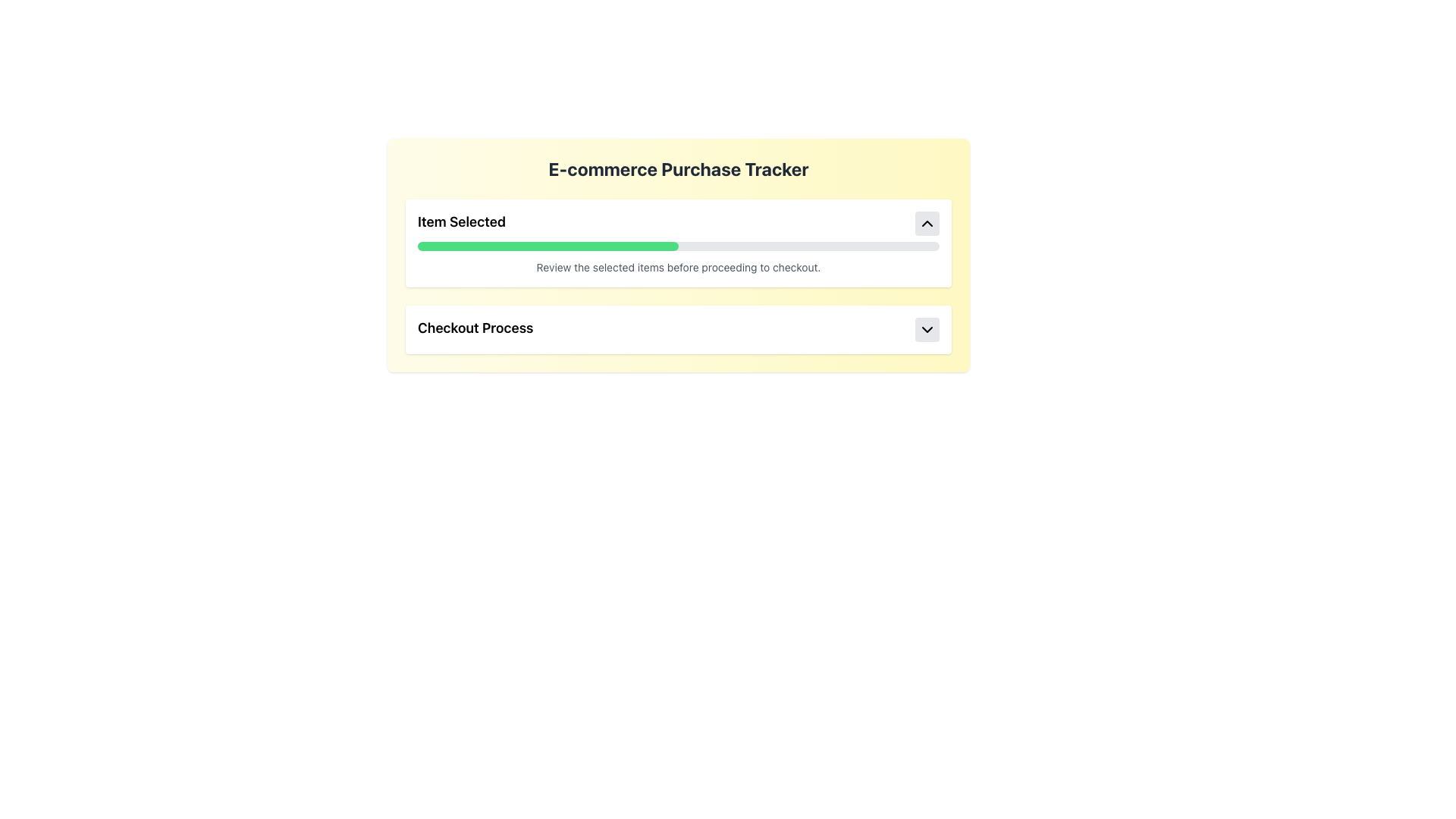  What do you see at coordinates (927, 223) in the screenshot?
I see `the button located at the far-right end of the 'Item Selected' section` at bounding box center [927, 223].